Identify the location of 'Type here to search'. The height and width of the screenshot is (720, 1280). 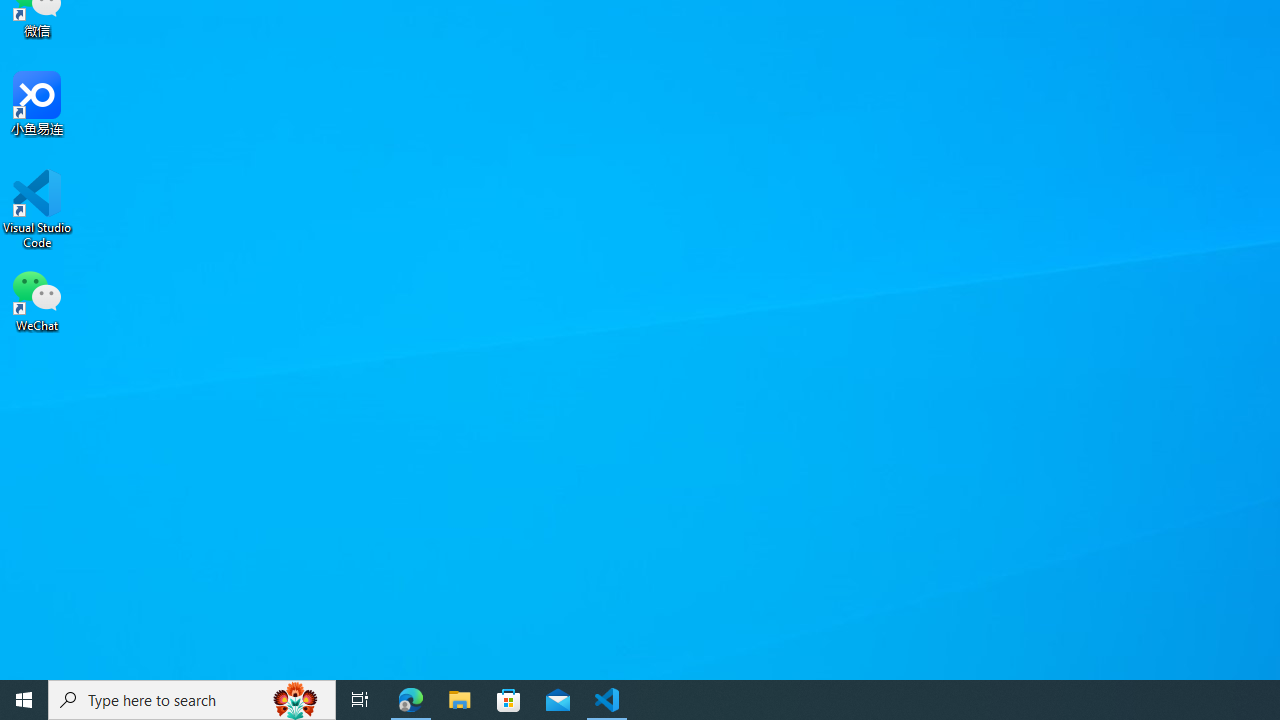
(192, 698).